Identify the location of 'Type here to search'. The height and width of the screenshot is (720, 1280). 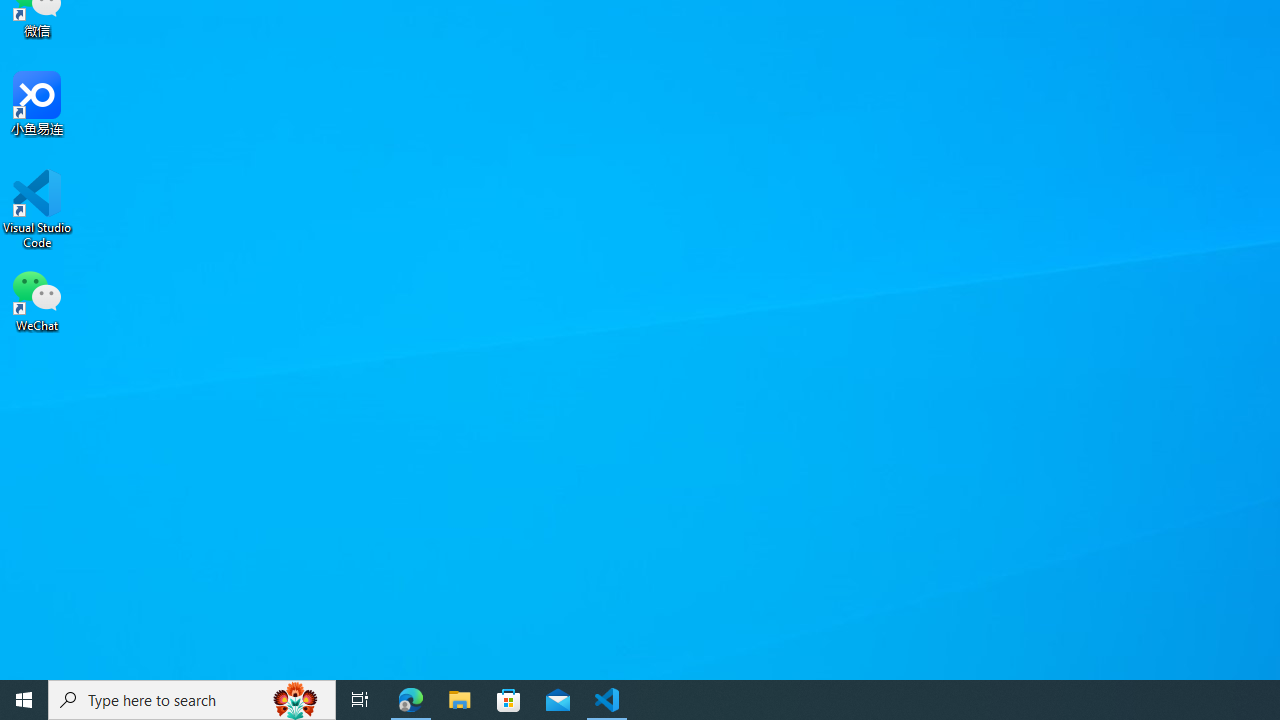
(192, 698).